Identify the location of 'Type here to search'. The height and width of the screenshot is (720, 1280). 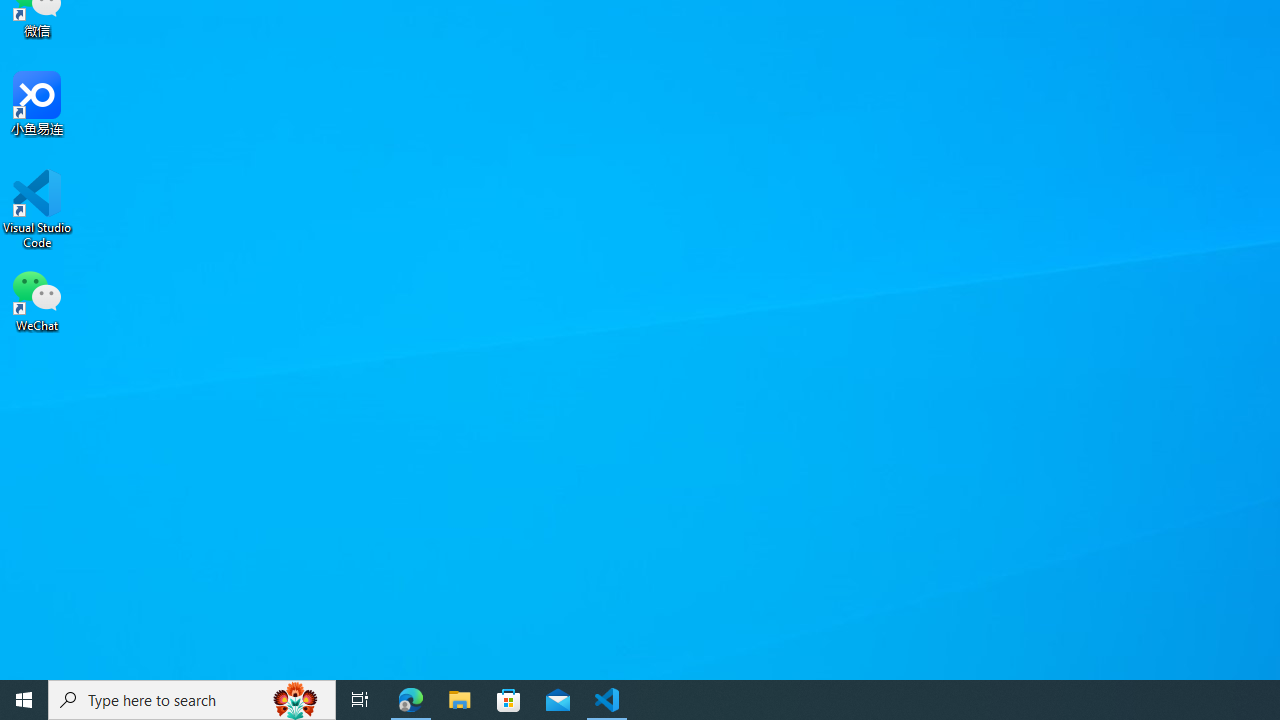
(192, 698).